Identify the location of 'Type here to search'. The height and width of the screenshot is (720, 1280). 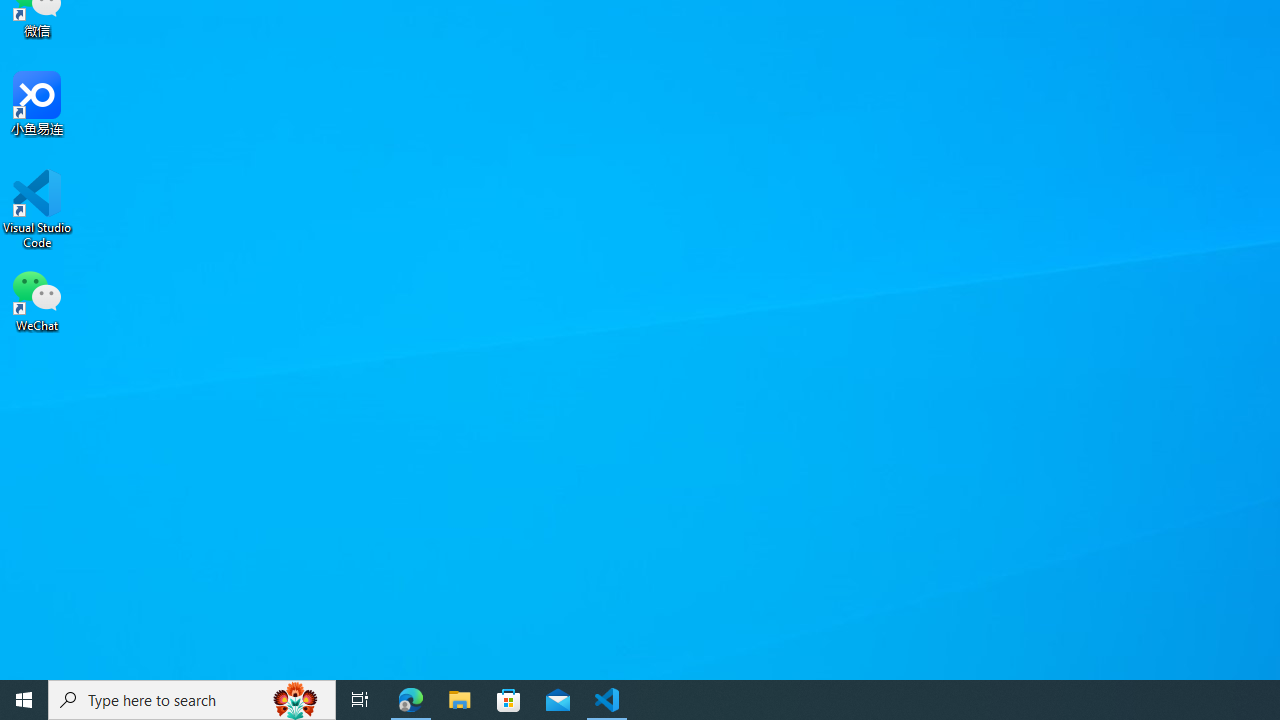
(192, 698).